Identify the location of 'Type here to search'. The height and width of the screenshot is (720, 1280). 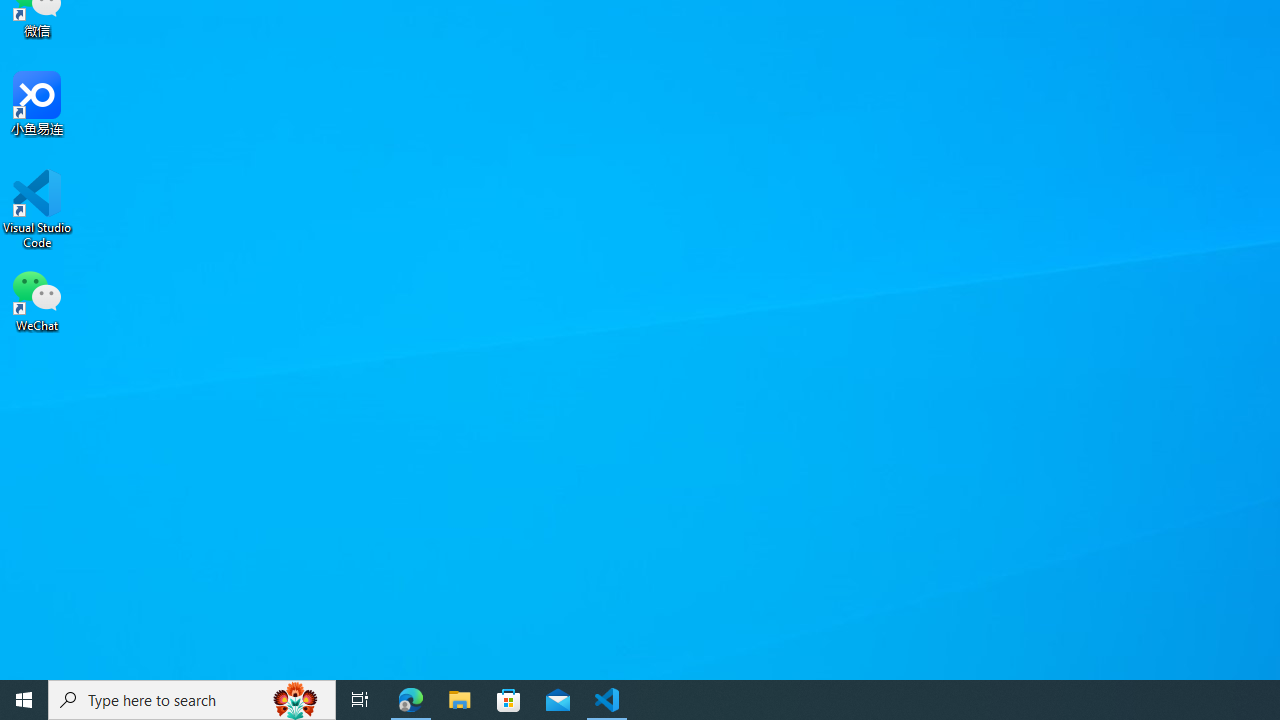
(192, 698).